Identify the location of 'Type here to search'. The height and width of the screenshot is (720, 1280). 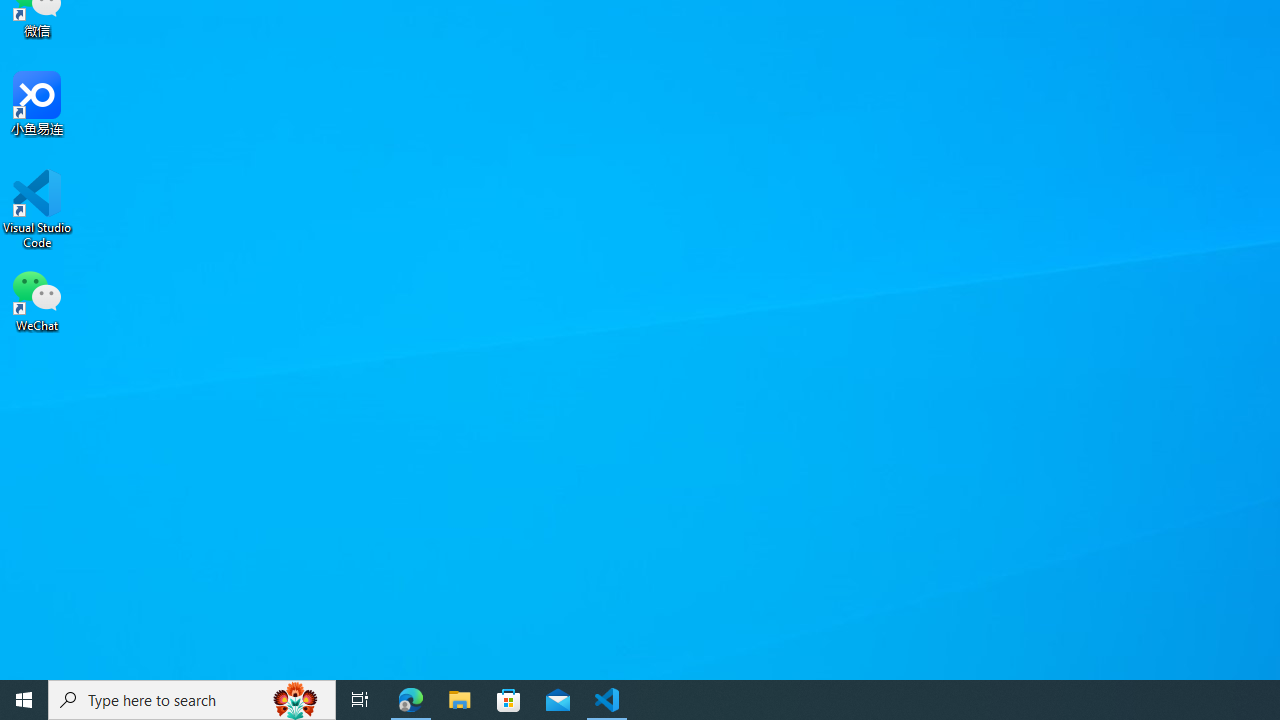
(192, 698).